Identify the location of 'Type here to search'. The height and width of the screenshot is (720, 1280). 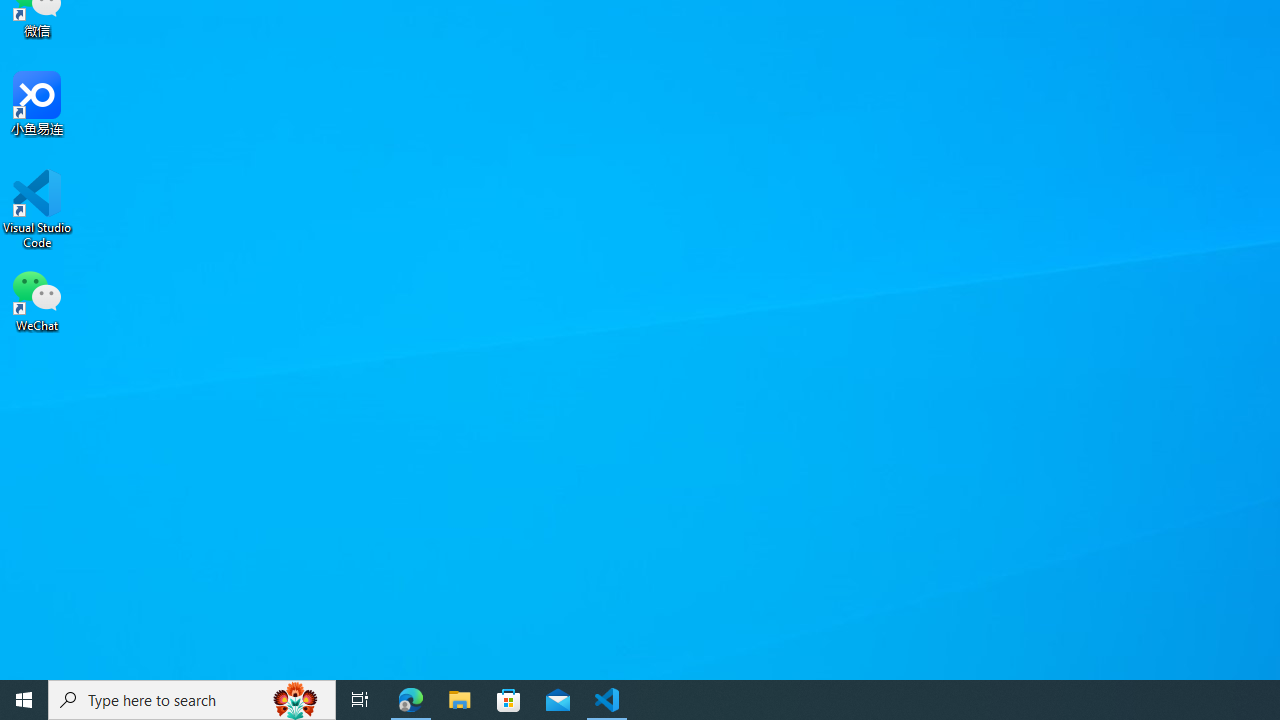
(192, 698).